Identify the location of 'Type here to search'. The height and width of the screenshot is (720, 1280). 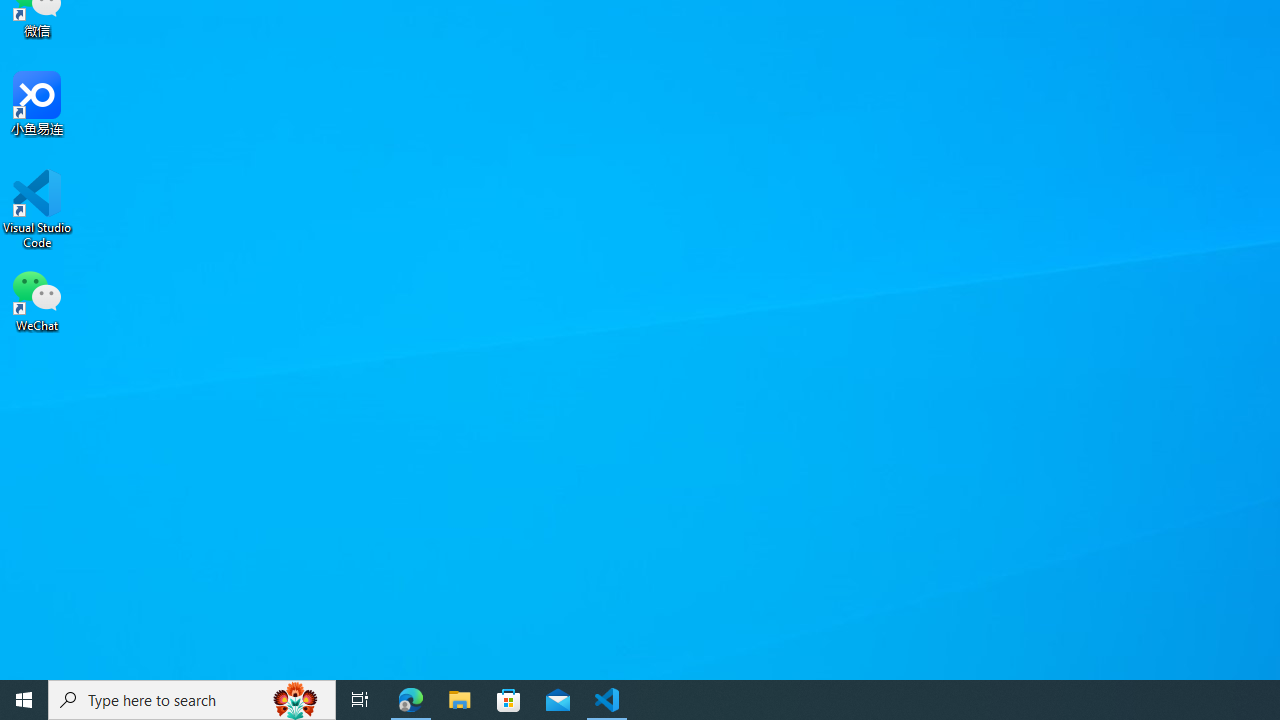
(192, 698).